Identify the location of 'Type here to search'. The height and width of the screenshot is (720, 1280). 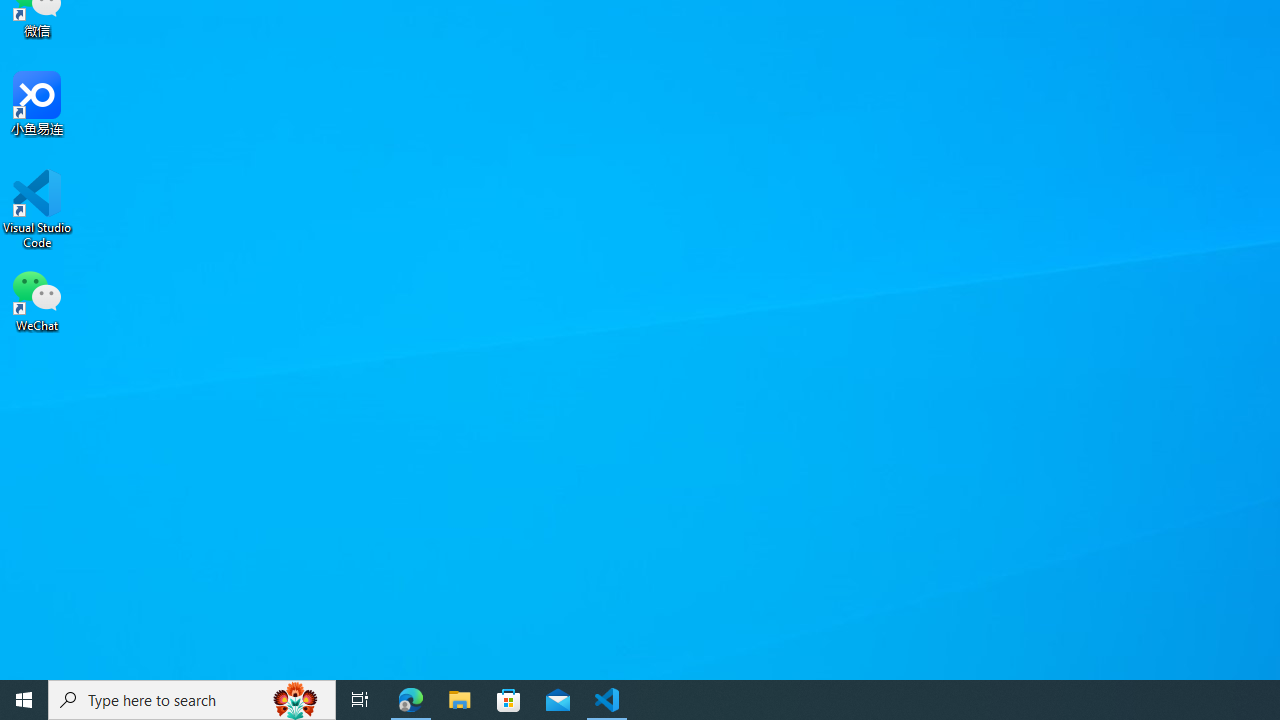
(192, 698).